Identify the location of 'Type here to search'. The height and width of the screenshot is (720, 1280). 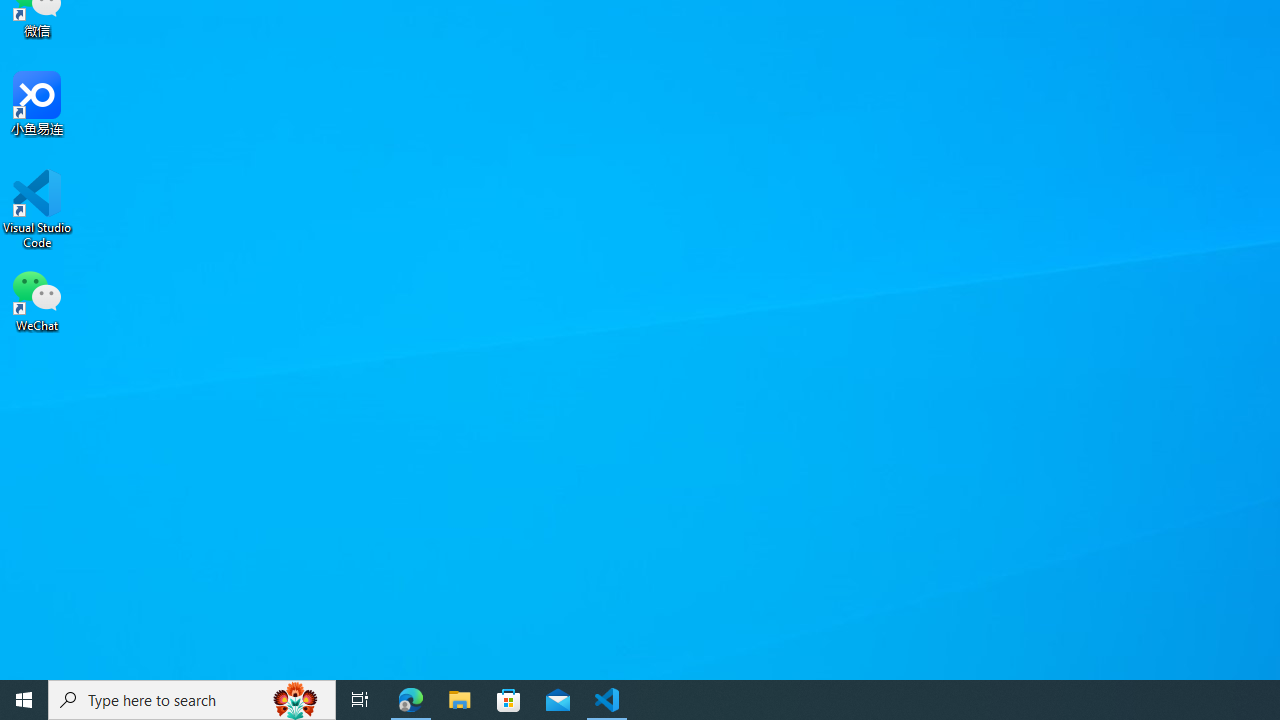
(192, 698).